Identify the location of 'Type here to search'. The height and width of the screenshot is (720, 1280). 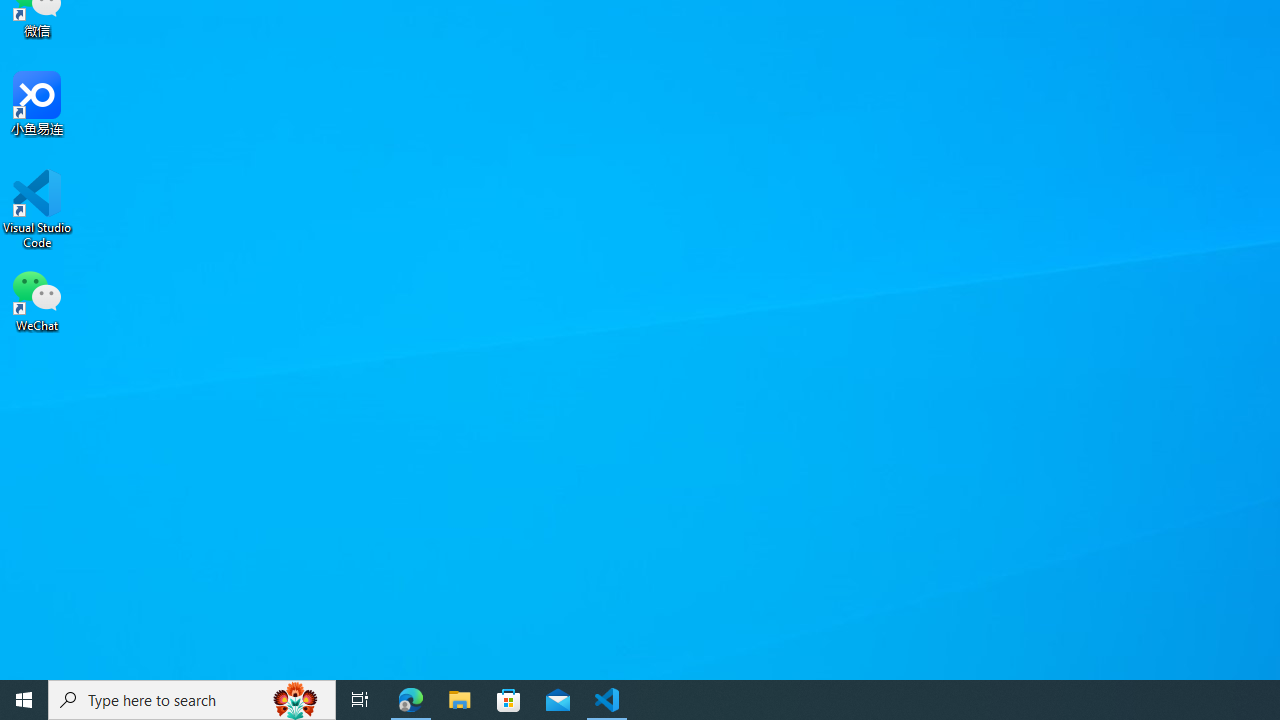
(192, 698).